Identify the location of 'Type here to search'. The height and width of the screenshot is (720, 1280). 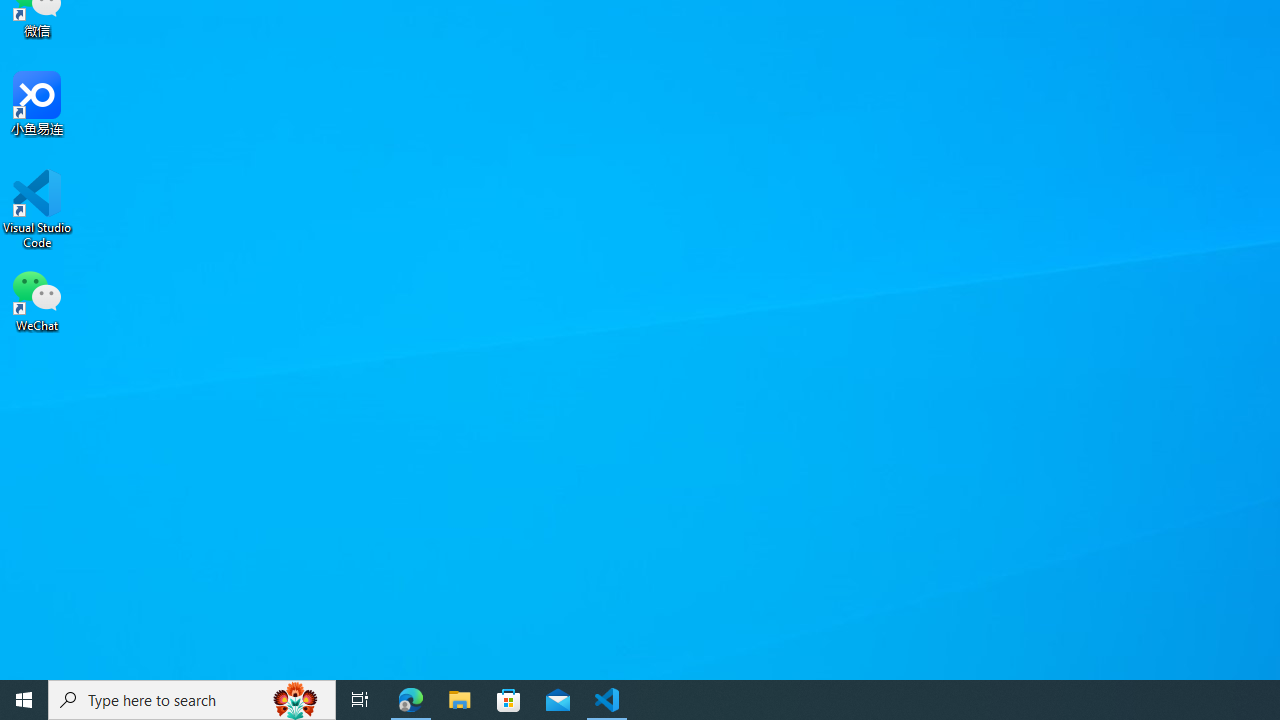
(192, 698).